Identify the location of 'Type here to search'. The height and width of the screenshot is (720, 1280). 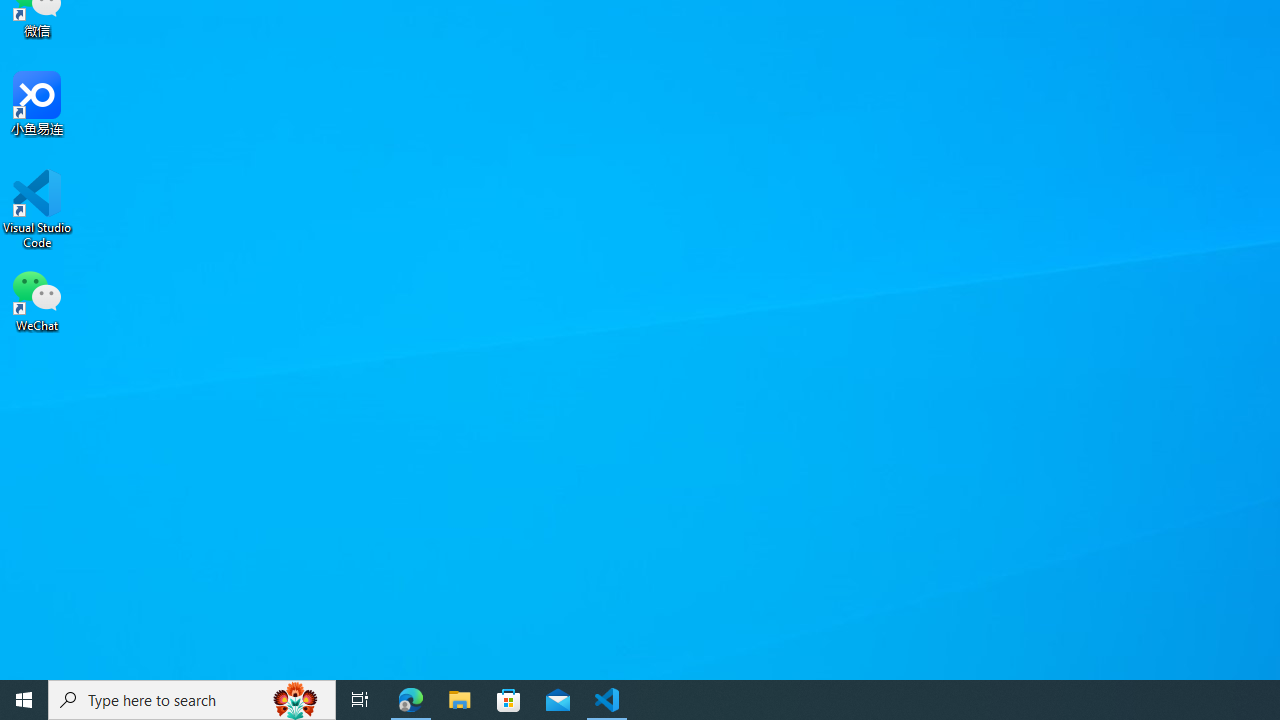
(192, 698).